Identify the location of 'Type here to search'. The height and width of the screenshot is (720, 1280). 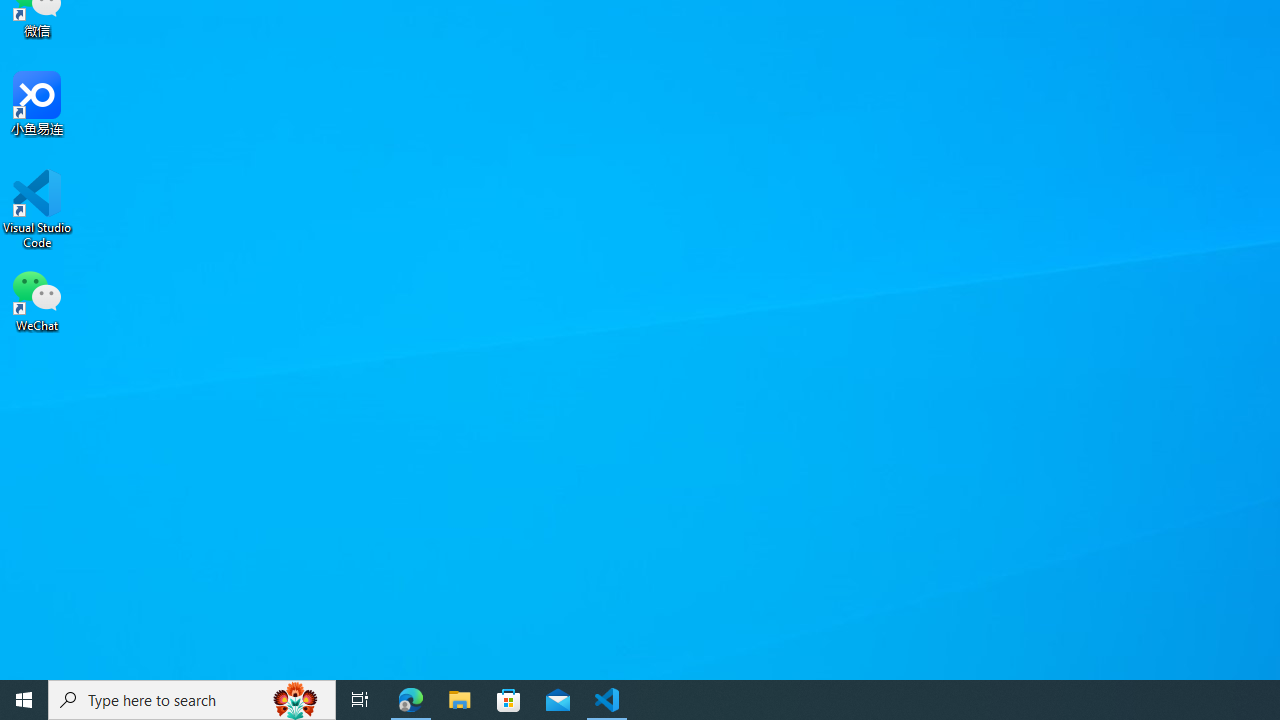
(192, 698).